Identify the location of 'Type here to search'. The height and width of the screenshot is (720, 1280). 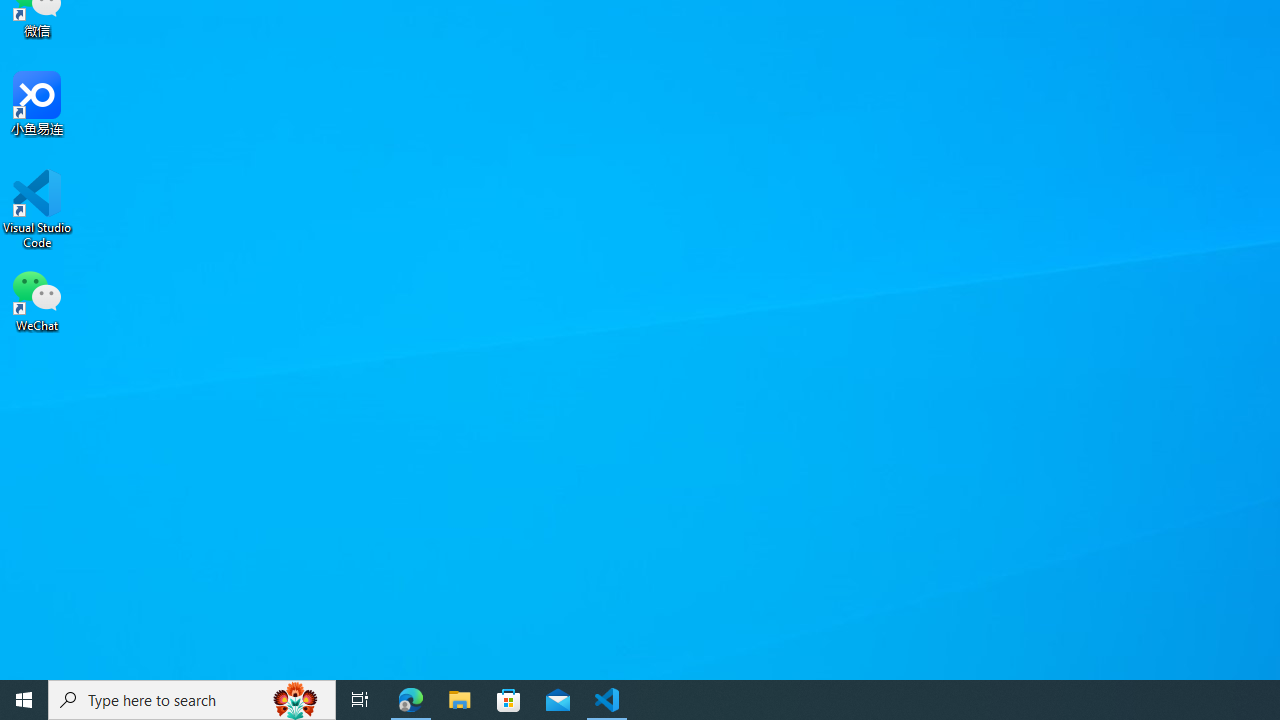
(192, 698).